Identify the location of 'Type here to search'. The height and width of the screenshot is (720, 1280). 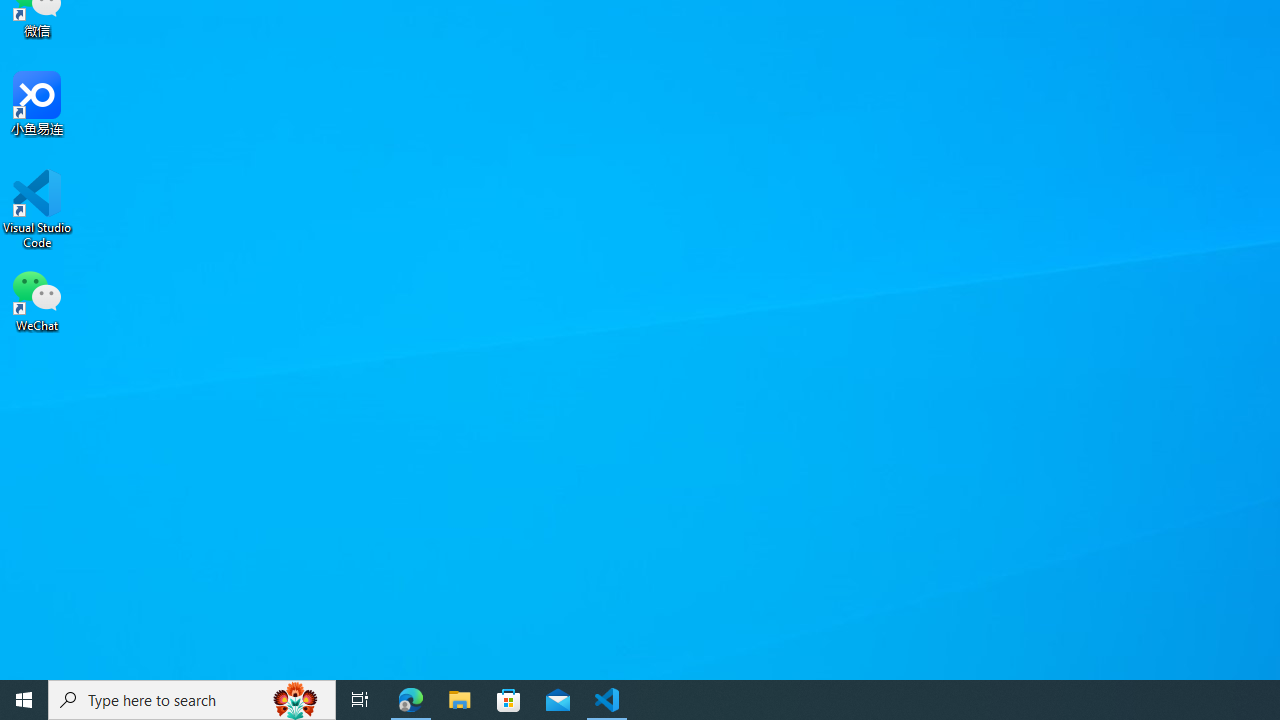
(192, 698).